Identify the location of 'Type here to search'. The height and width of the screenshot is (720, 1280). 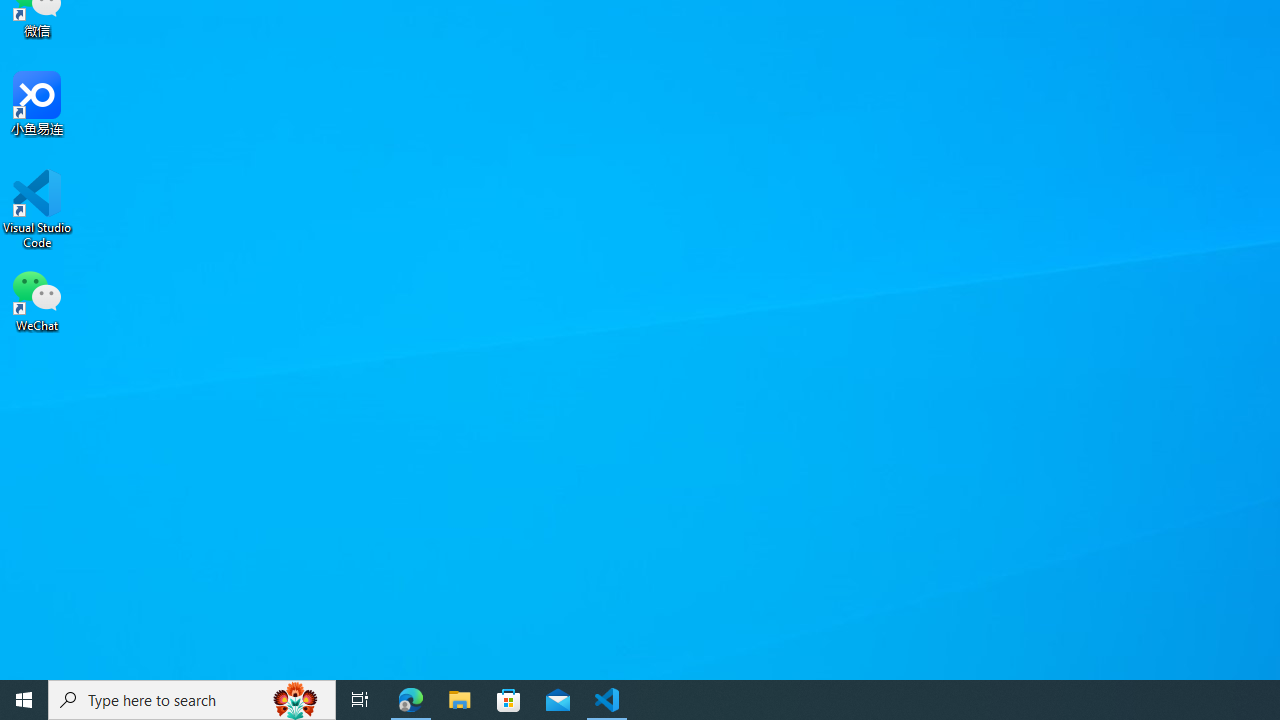
(192, 698).